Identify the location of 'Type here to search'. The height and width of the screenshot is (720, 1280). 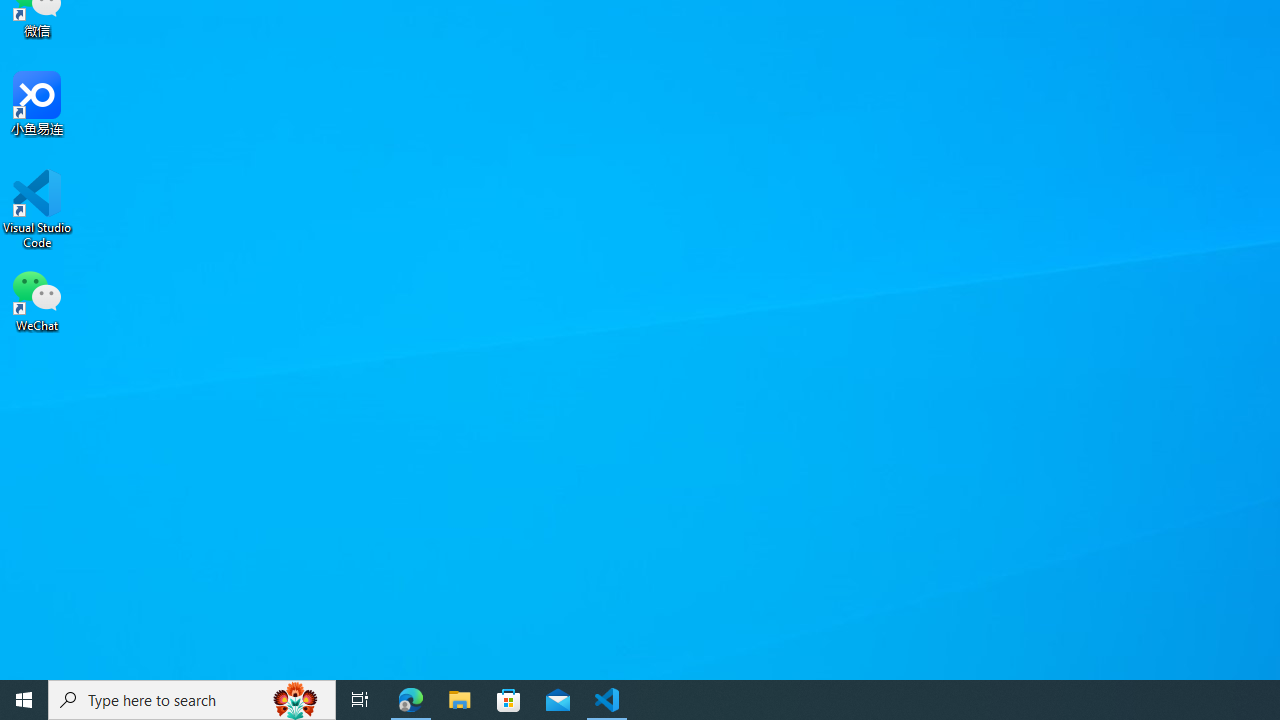
(192, 698).